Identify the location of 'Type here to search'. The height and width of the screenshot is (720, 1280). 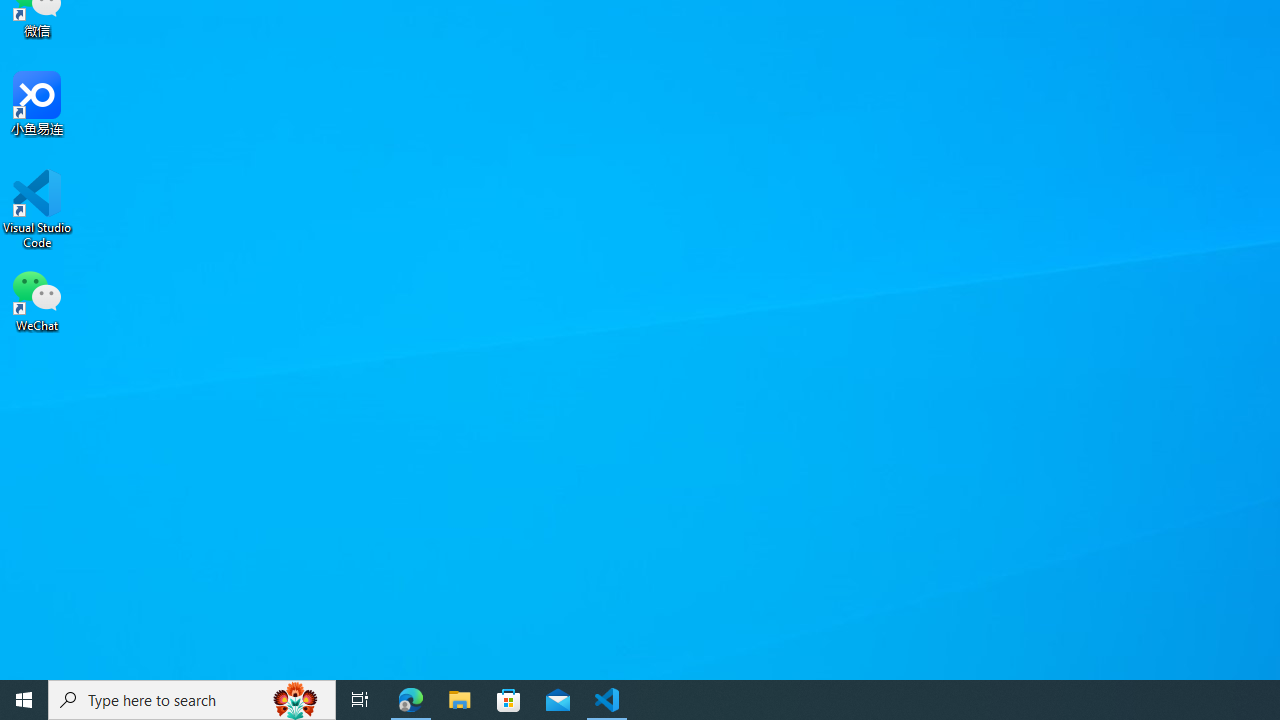
(192, 698).